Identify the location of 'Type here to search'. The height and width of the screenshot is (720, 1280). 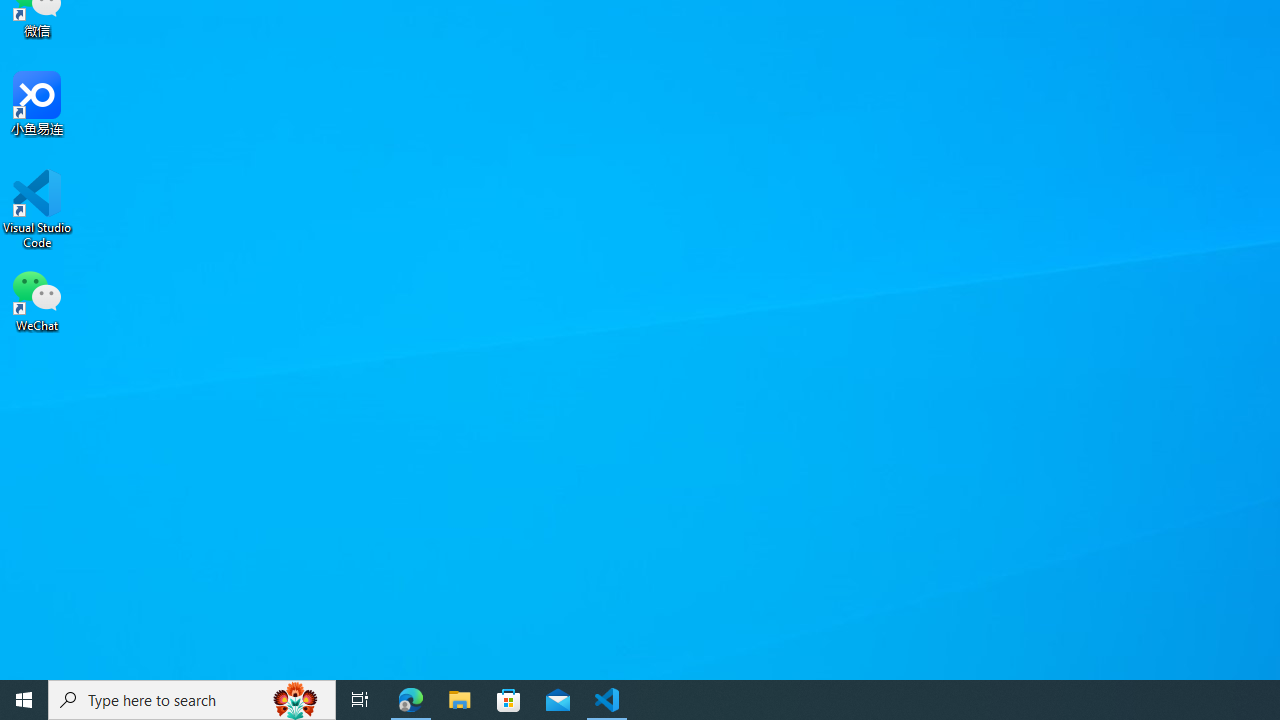
(192, 698).